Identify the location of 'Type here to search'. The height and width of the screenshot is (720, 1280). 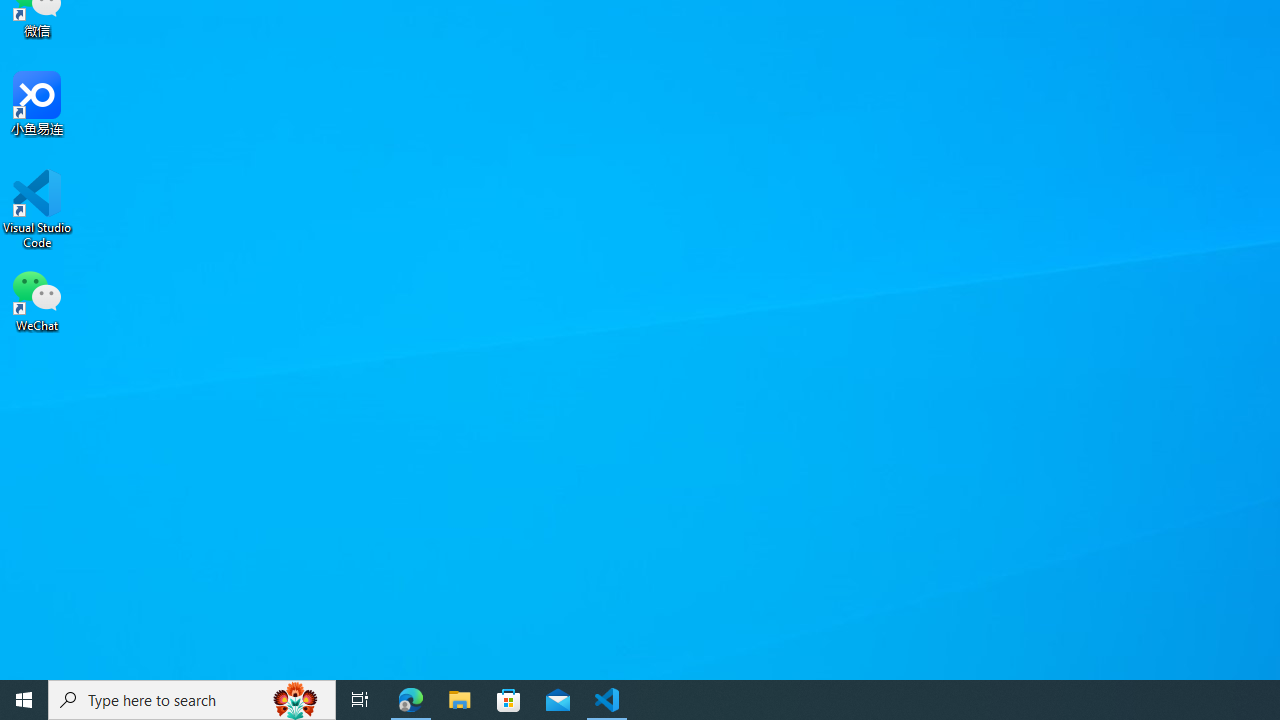
(192, 698).